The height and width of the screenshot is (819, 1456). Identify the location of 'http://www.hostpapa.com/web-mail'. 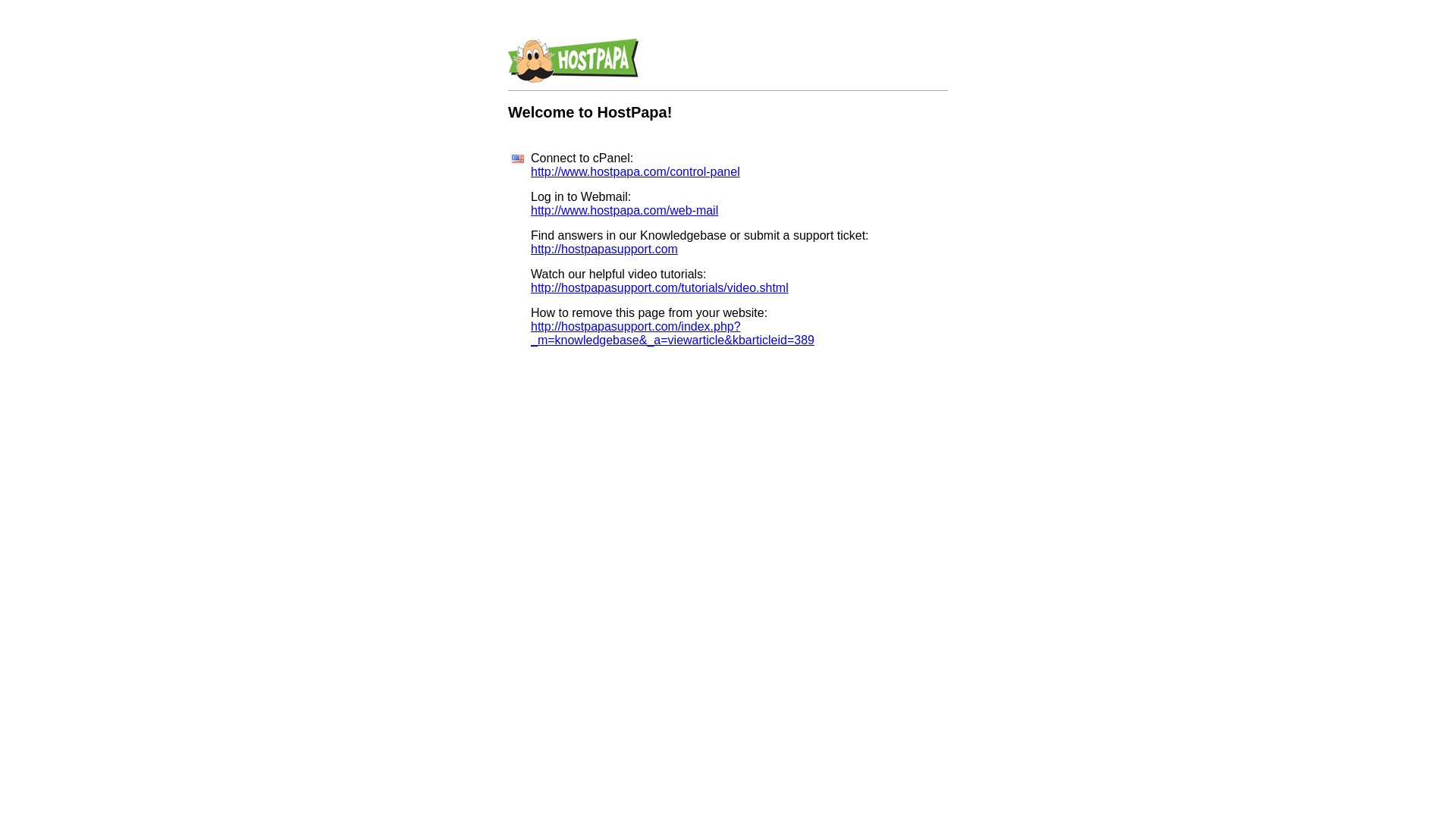
(624, 210).